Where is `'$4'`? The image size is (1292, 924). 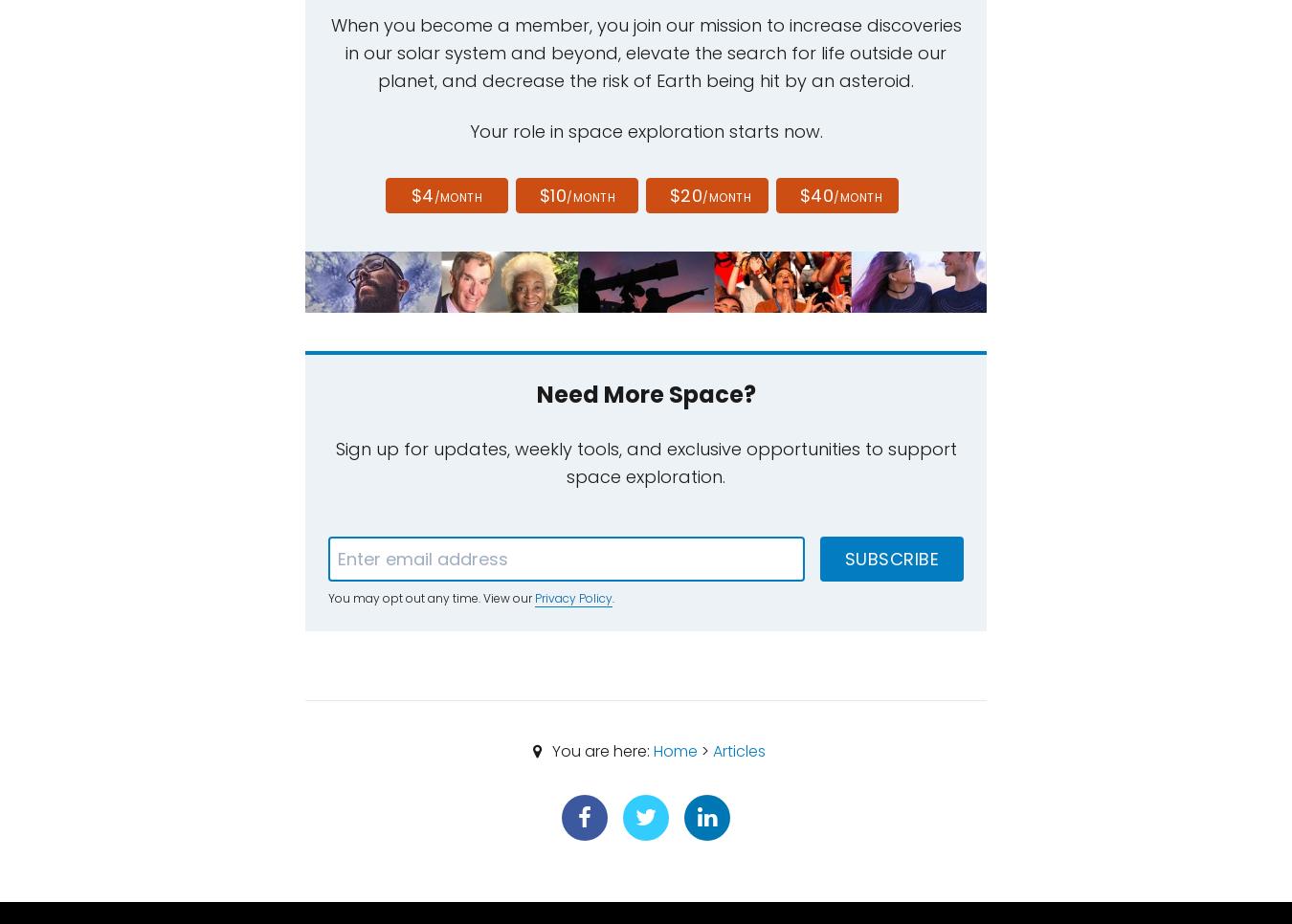 '$4' is located at coordinates (422, 194).